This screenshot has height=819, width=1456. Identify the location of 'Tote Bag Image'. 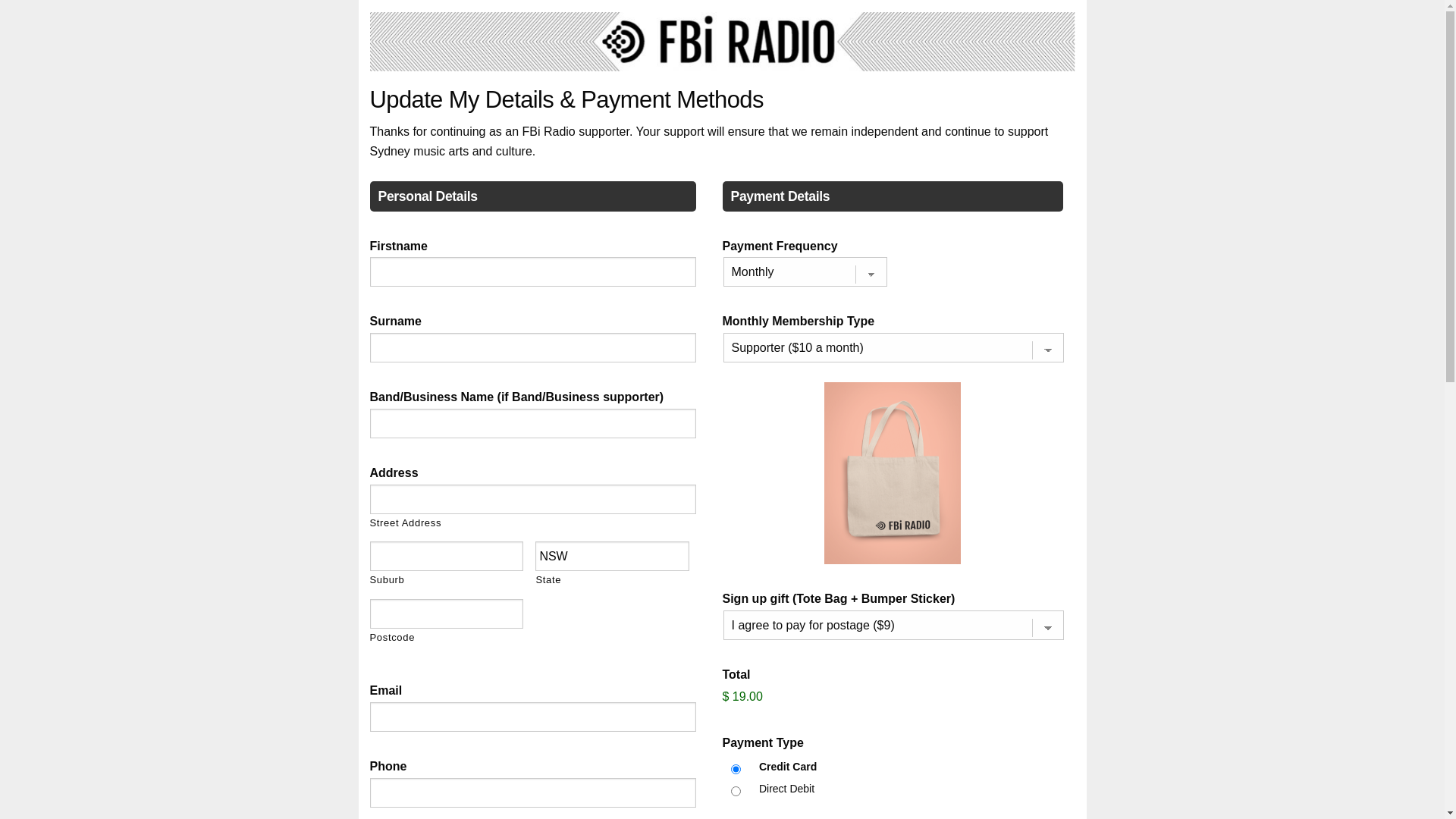
(892, 472).